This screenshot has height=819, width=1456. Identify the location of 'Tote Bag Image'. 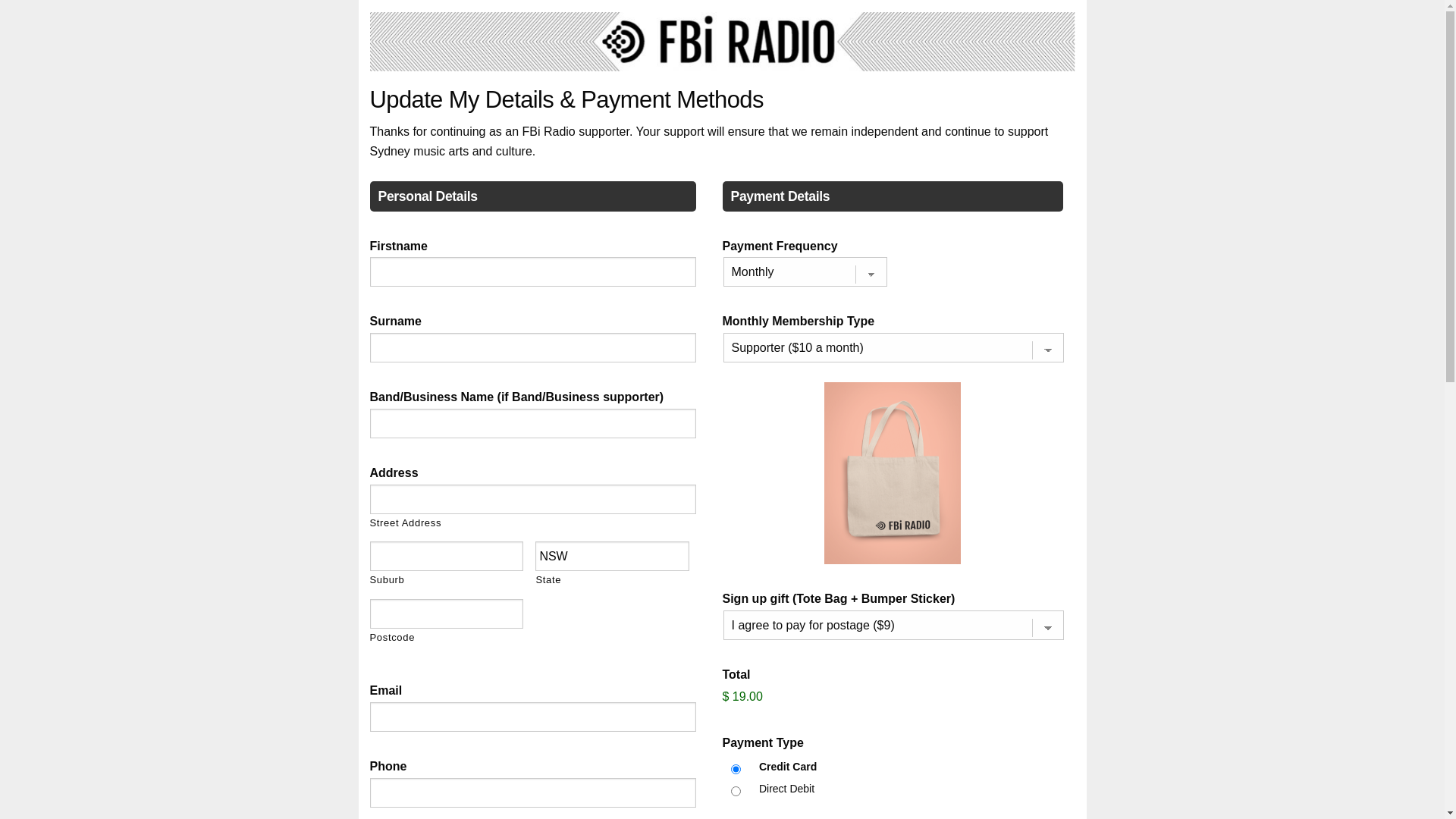
(892, 472).